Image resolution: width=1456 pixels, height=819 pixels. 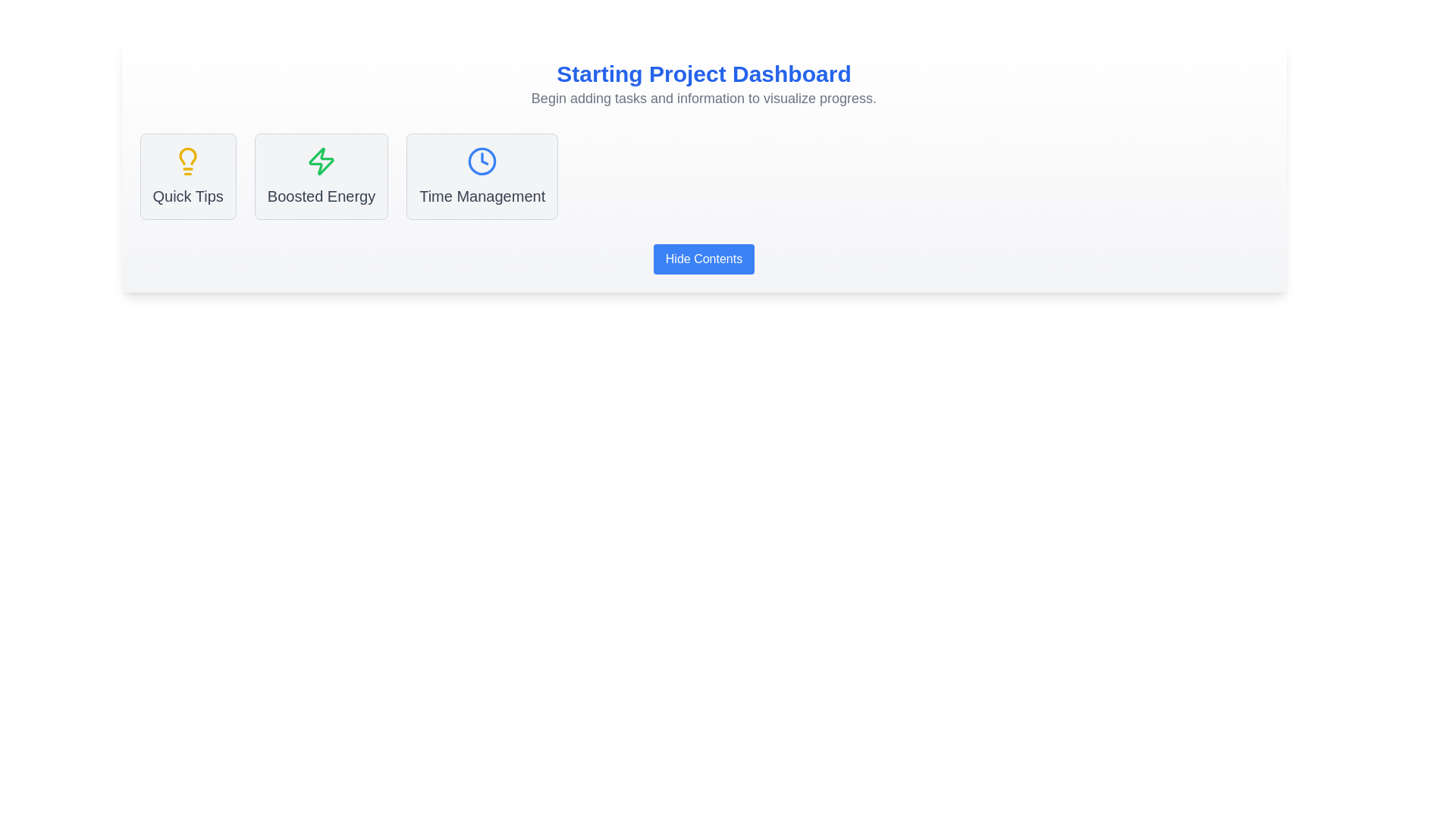 I want to click on the 'Boosted Energy' icon, which visually represents an energy-boosting feature, located centrally within the corresponding button, so click(x=320, y=161).